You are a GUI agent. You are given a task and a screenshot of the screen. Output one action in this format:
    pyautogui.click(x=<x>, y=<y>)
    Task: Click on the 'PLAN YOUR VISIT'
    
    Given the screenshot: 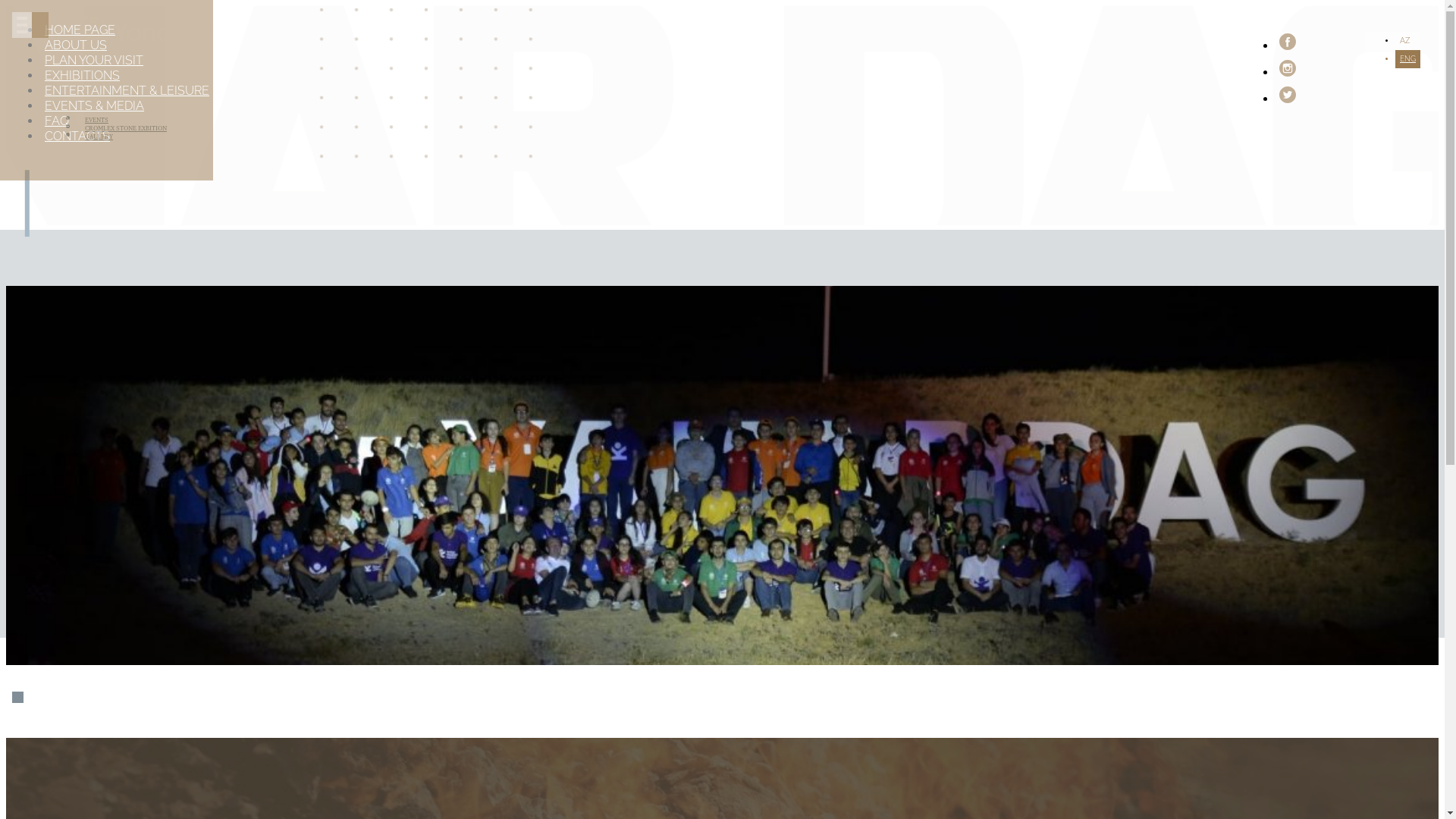 What is the action you would take?
    pyautogui.click(x=93, y=59)
    